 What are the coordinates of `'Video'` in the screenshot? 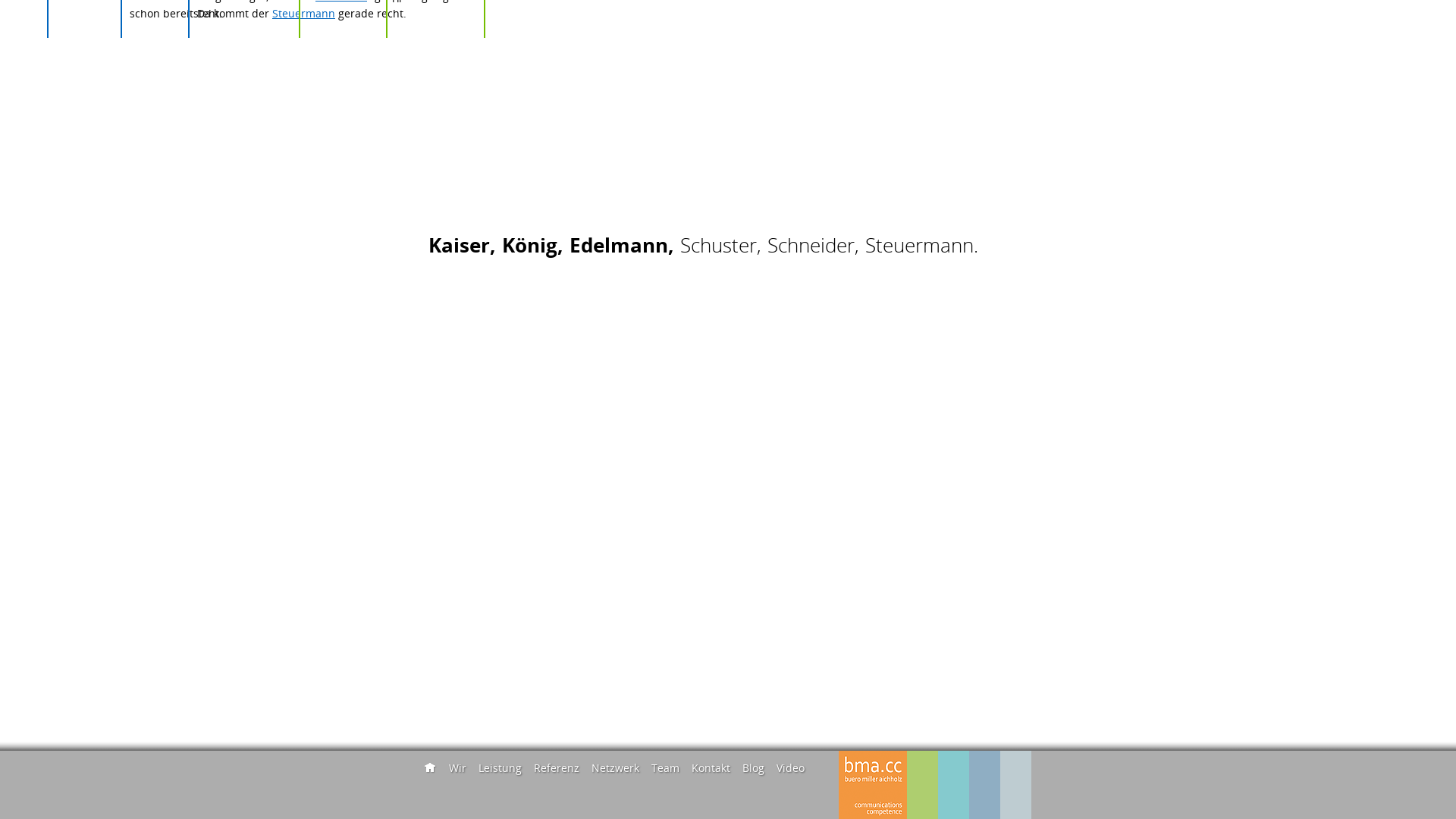 It's located at (789, 767).